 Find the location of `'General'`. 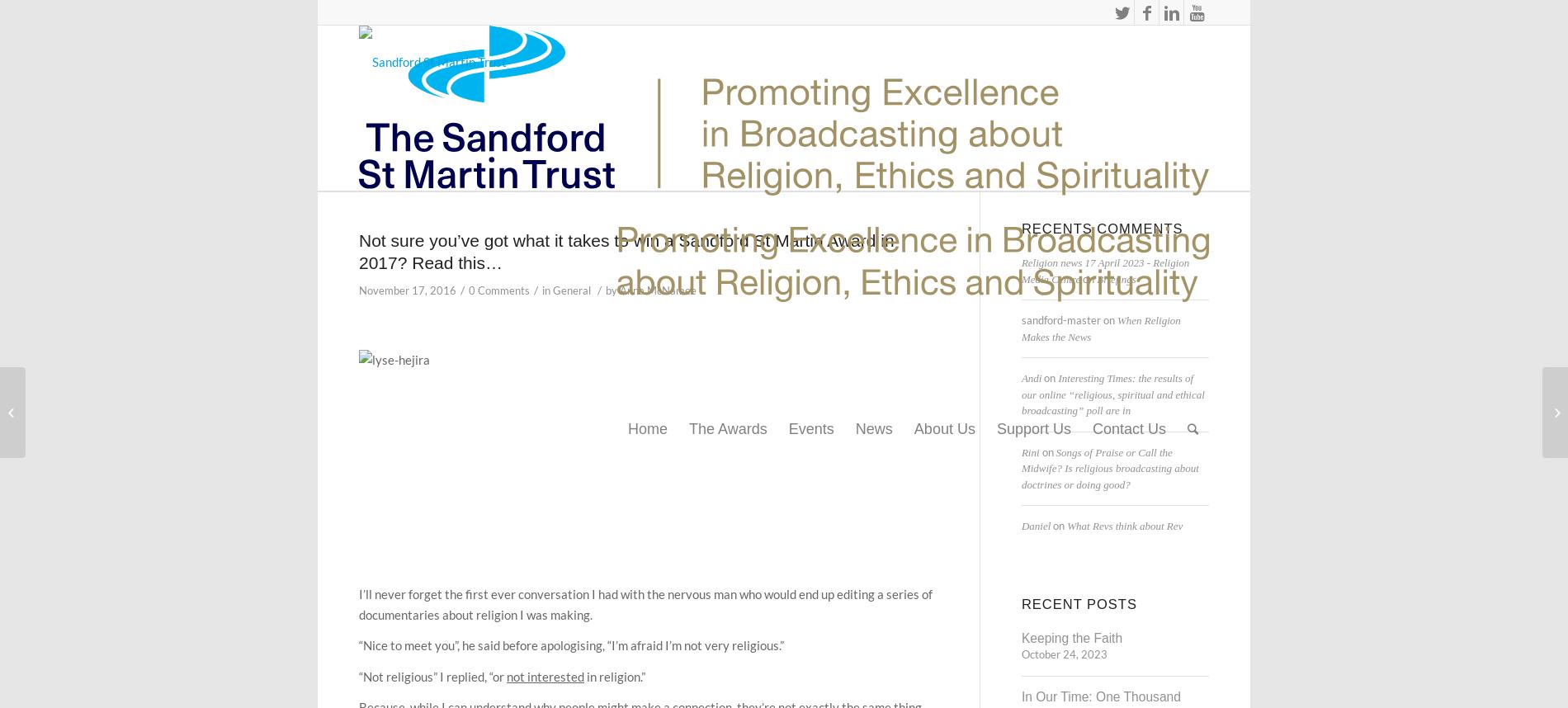

'General' is located at coordinates (571, 290).